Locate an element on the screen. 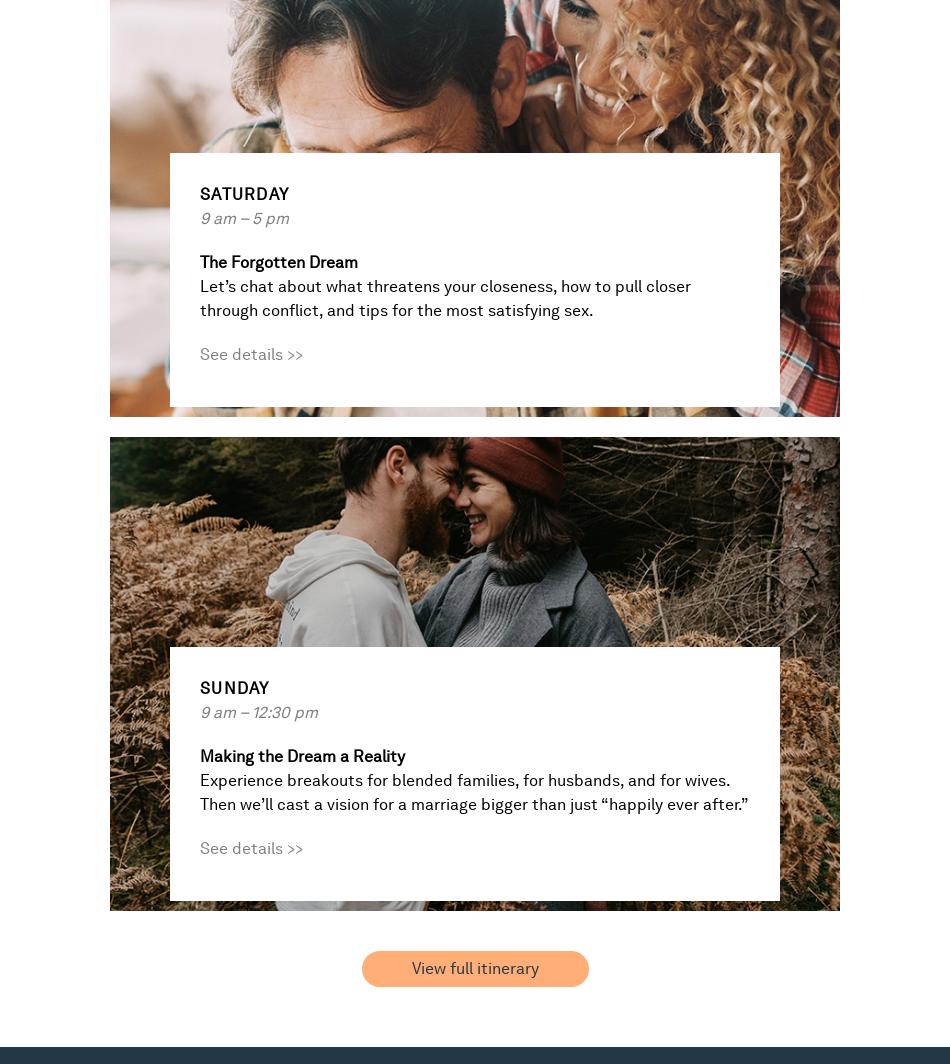 This screenshot has width=950, height=1064. 'Experience breakouts for blended families, for husbands, and for wives. Then we’ll cast a vision for a marriage bigger than just “happily ever after.”' is located at coordinates (473, 792).